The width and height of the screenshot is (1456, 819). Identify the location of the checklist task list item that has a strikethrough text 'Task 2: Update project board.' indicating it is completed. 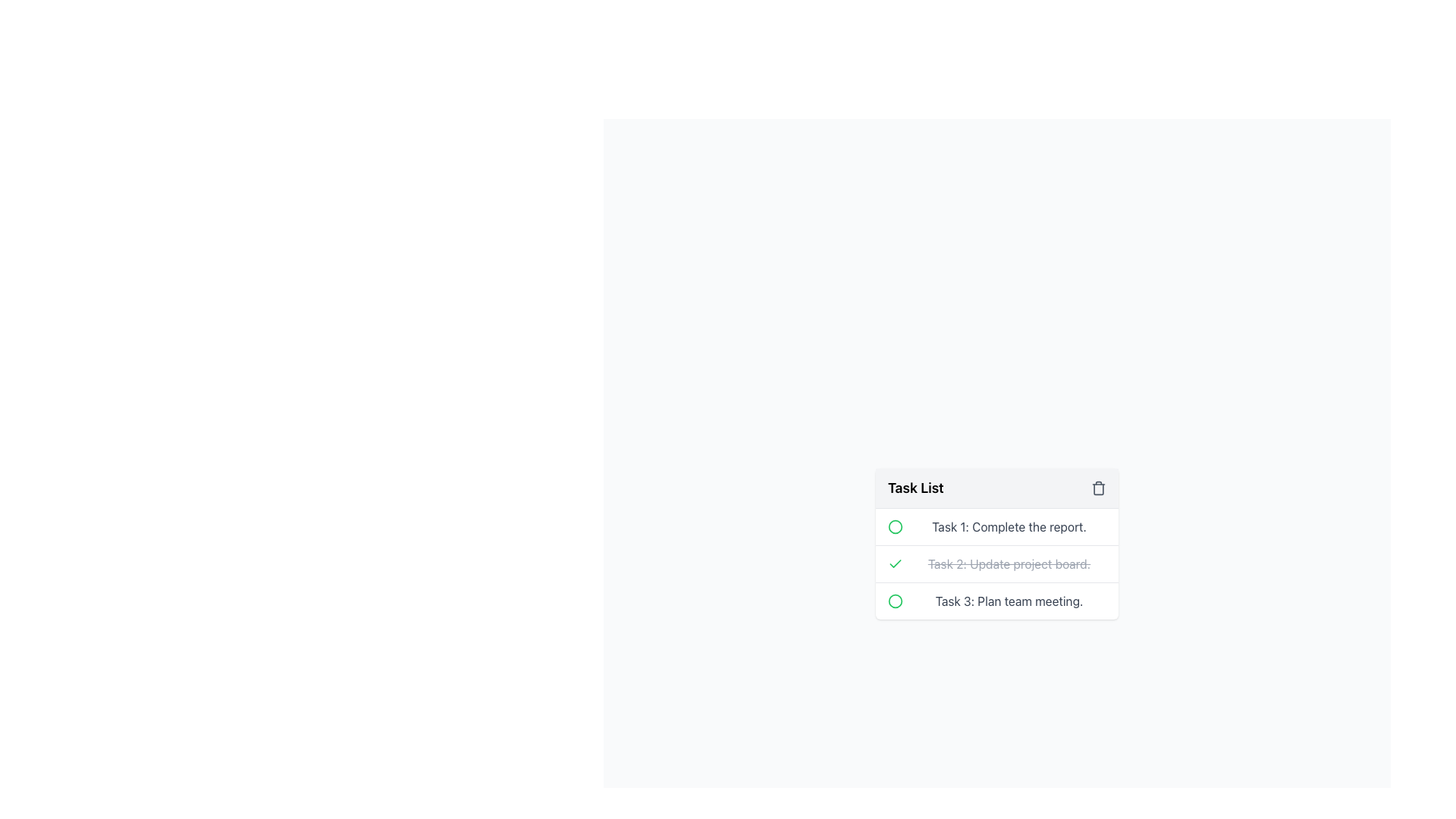
(997, 564).